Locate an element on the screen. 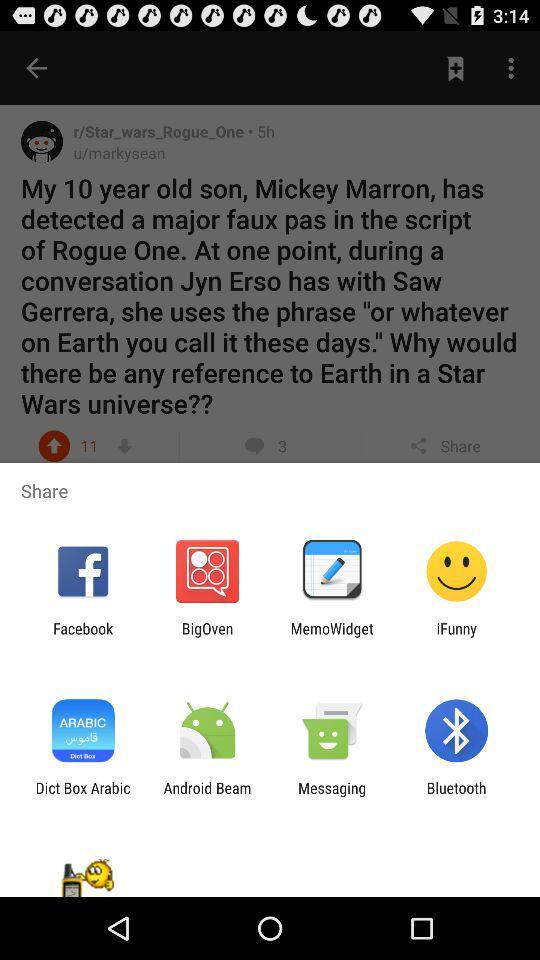  the icon next to dict box arabic app is located at coordinates (206, 796).